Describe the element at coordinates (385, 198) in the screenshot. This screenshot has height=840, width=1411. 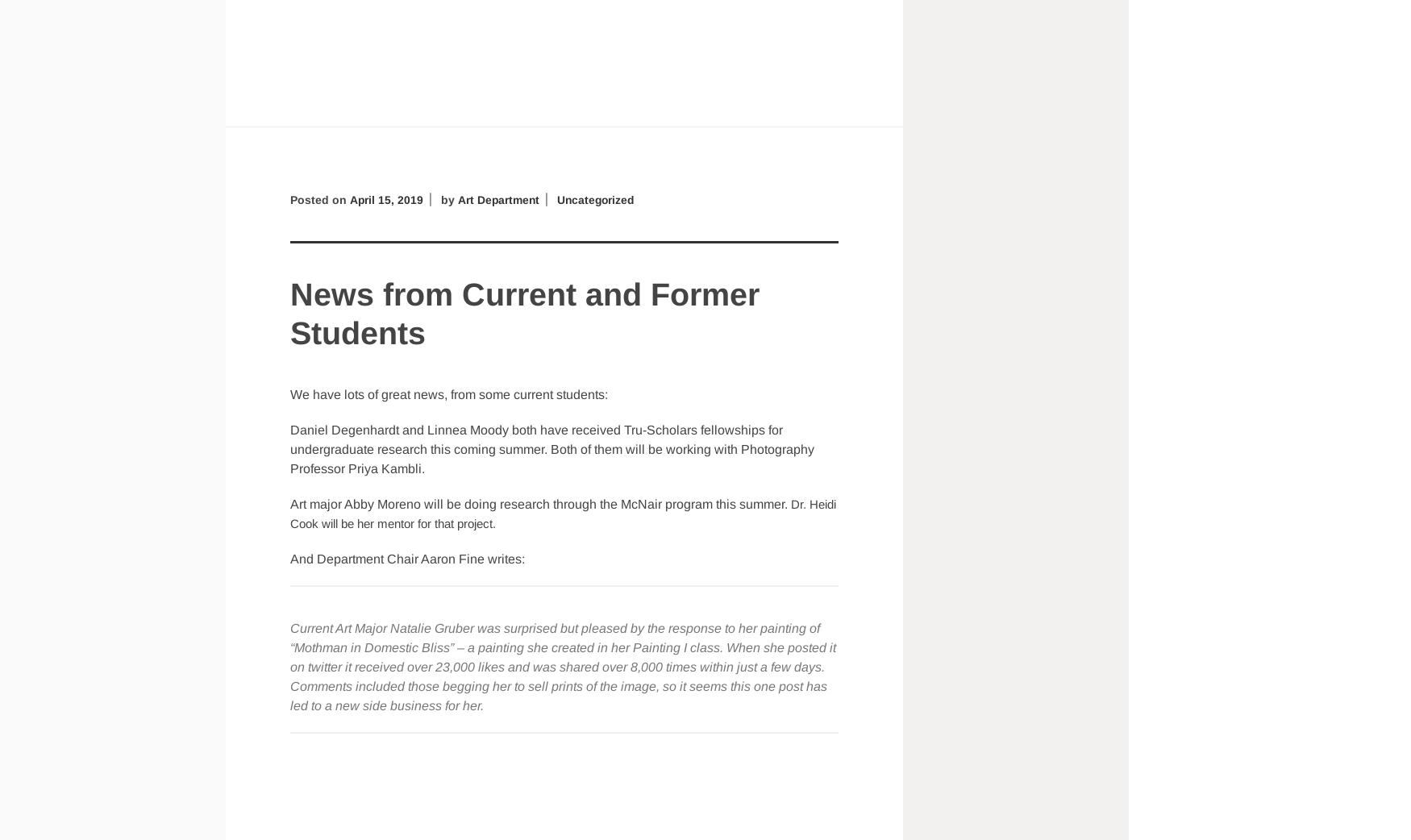
I see `'April 15, 2019'` at that location.